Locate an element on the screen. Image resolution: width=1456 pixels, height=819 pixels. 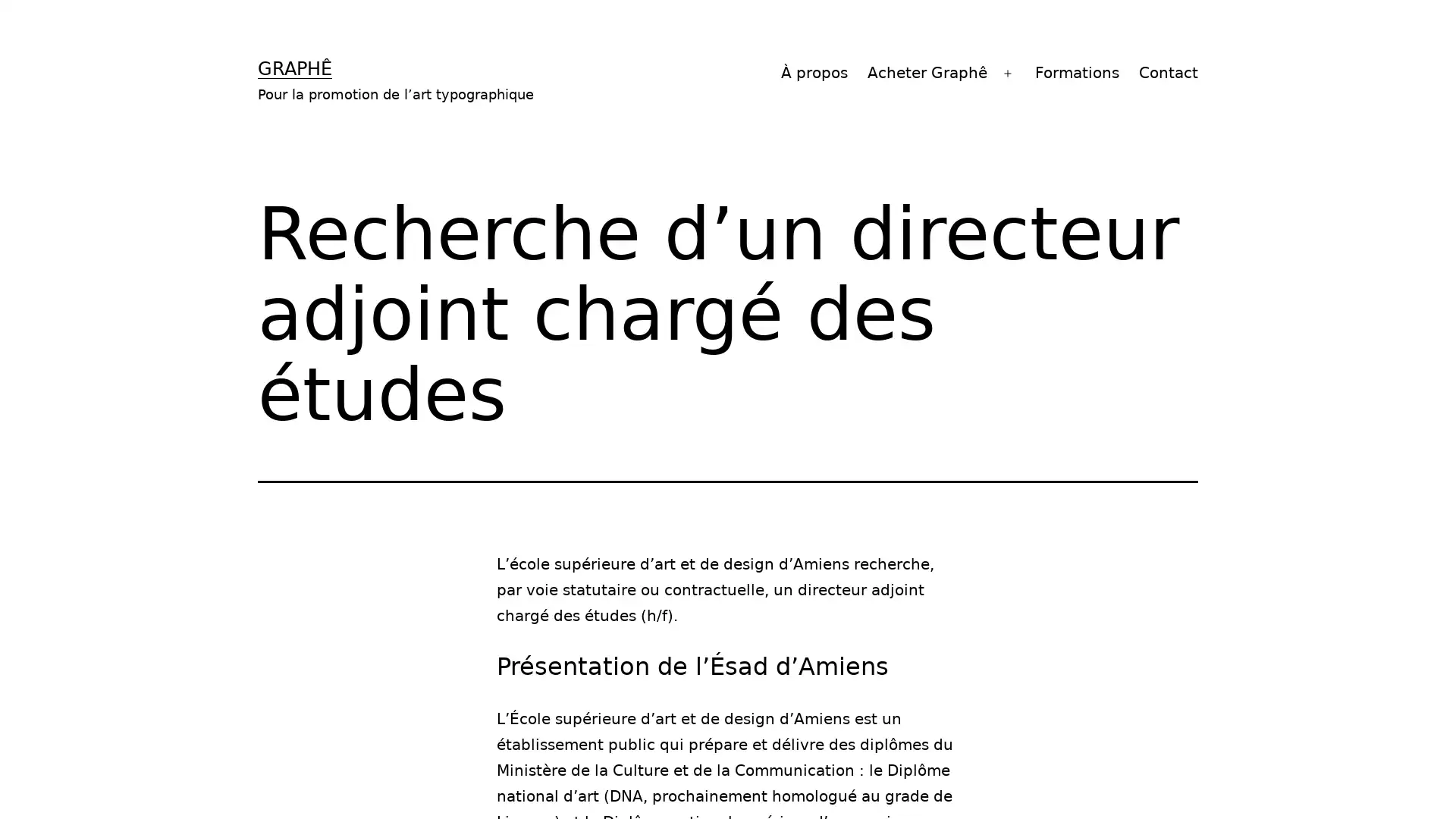
Ouvrir le menu is located at coordinates (1008, 73).